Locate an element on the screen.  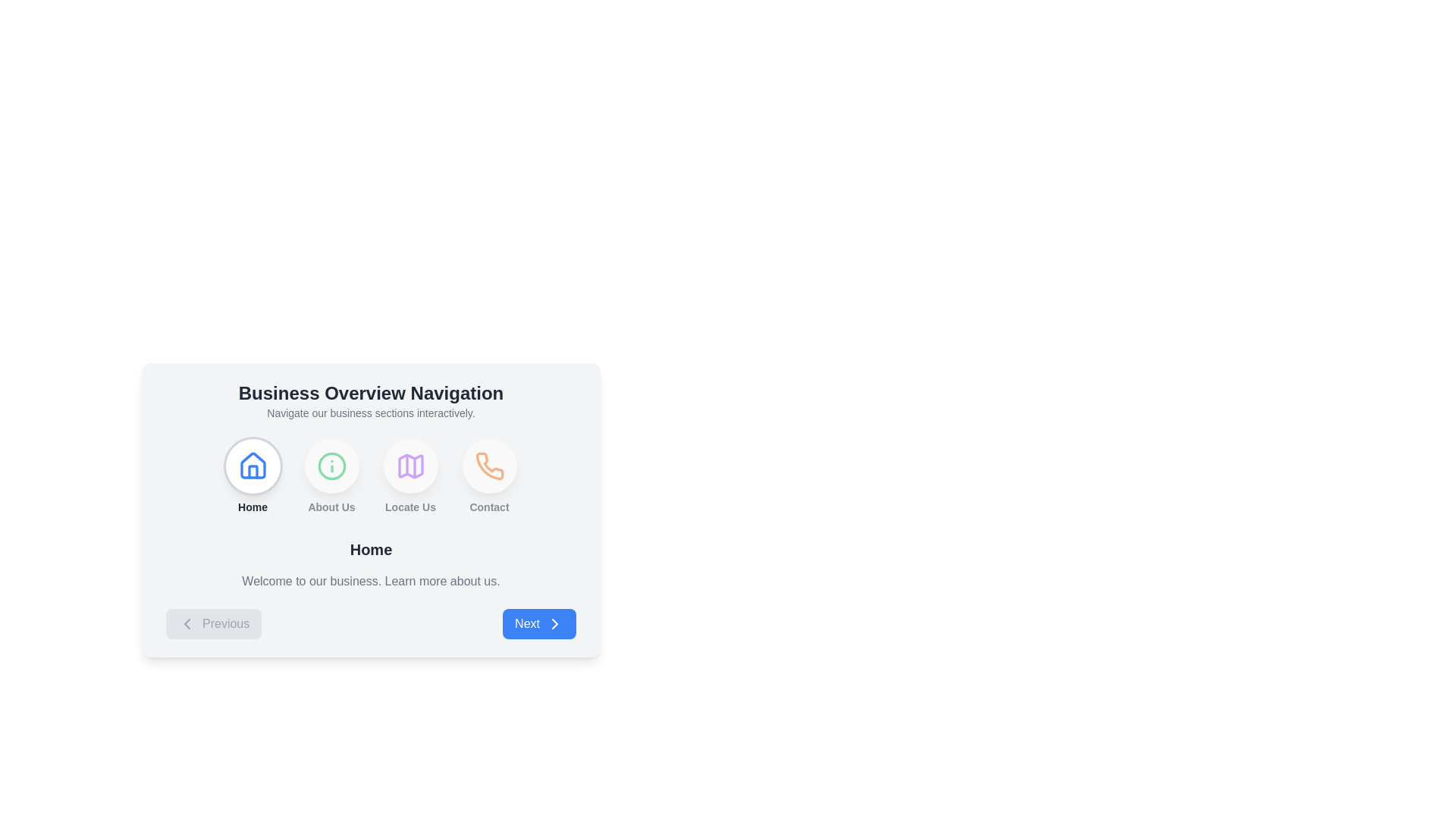
the 'Locate Us' button, which features a circular violet map symbol above the text in a medium font, part of a horizontal navigation section is located at coordinates (410, 475).